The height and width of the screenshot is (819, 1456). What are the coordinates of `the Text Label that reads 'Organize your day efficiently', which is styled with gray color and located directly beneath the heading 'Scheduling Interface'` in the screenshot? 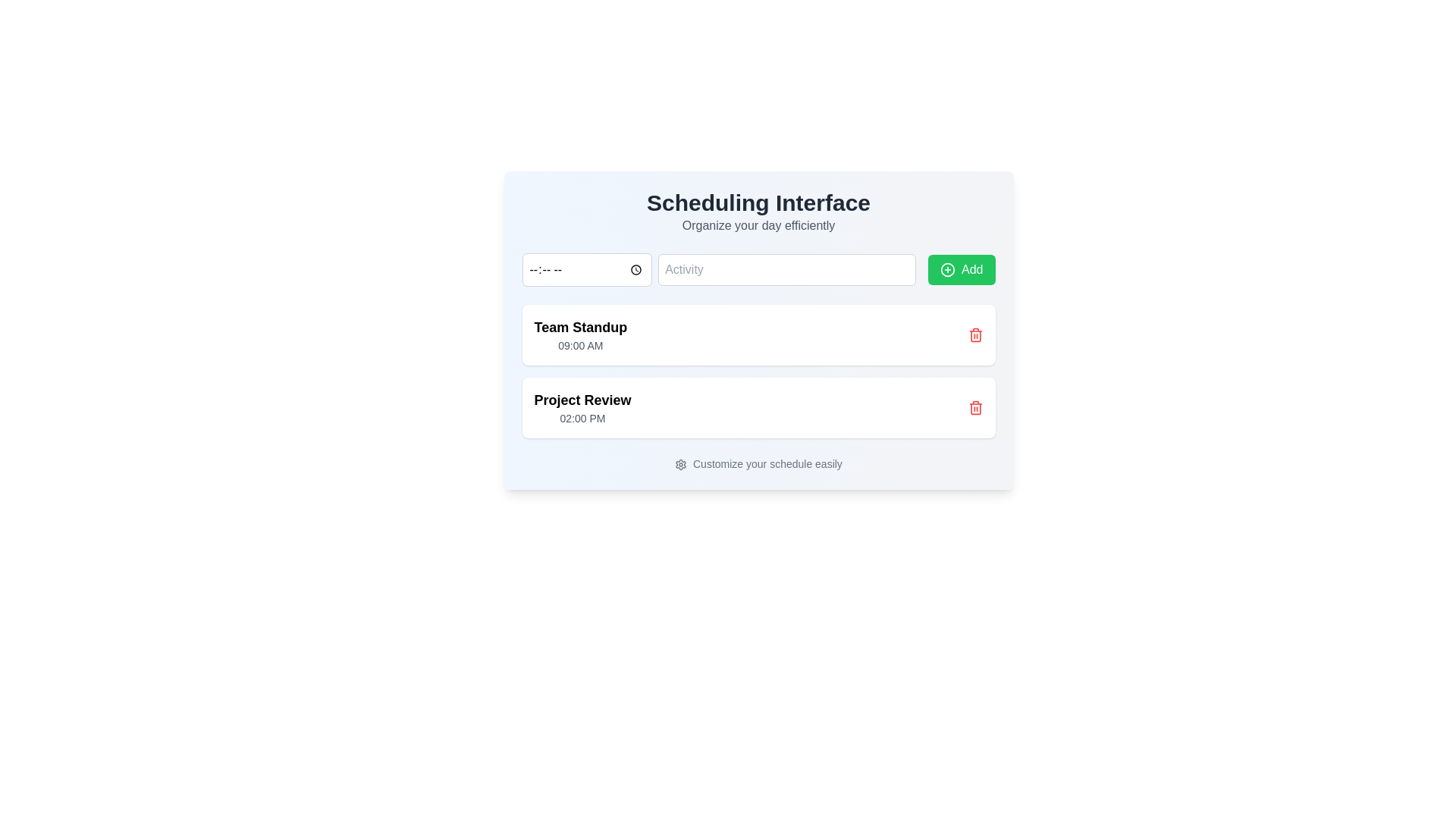 It's located at (758, 225).